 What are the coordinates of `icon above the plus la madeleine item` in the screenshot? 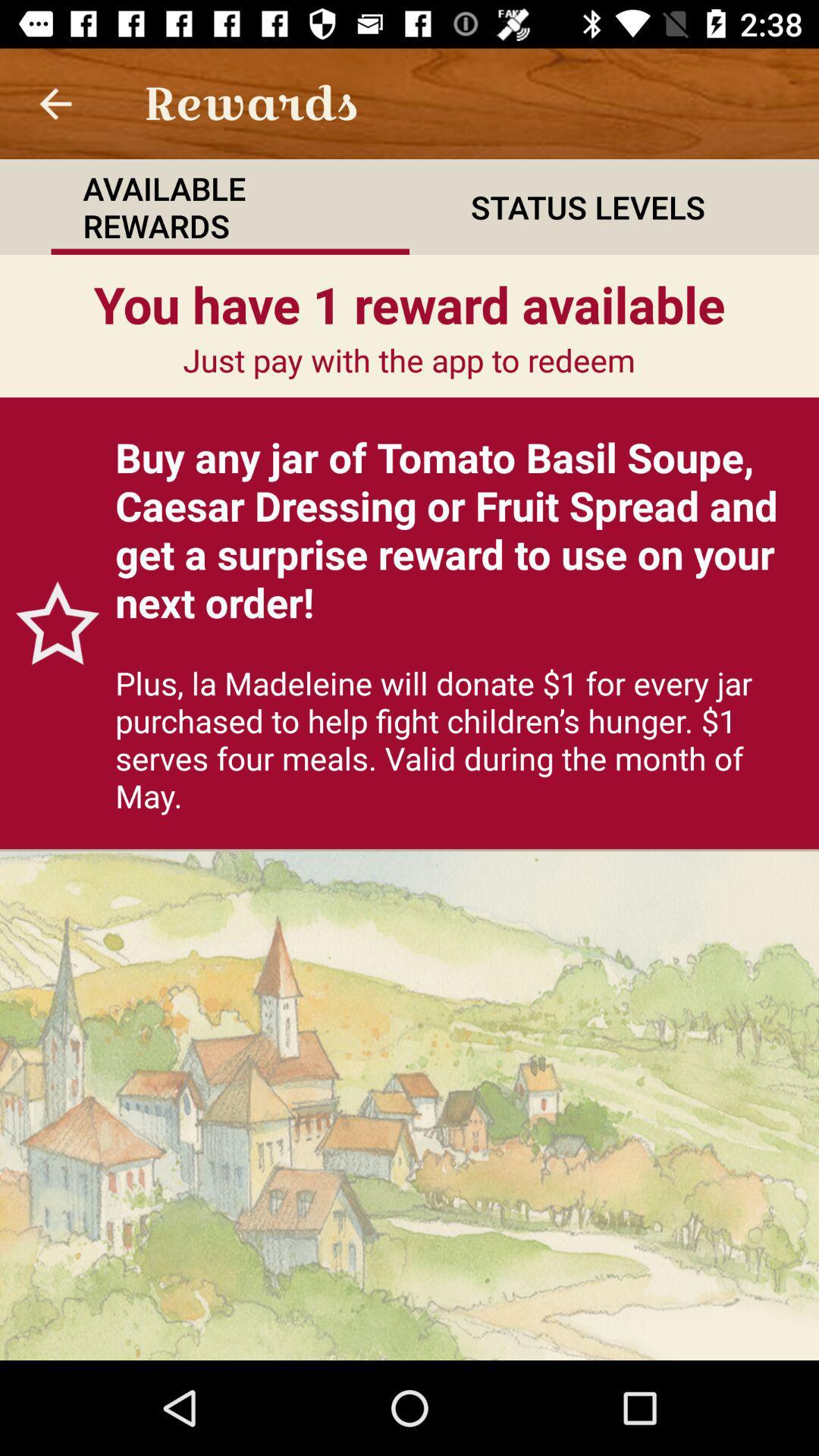 It's located at (458, 529).